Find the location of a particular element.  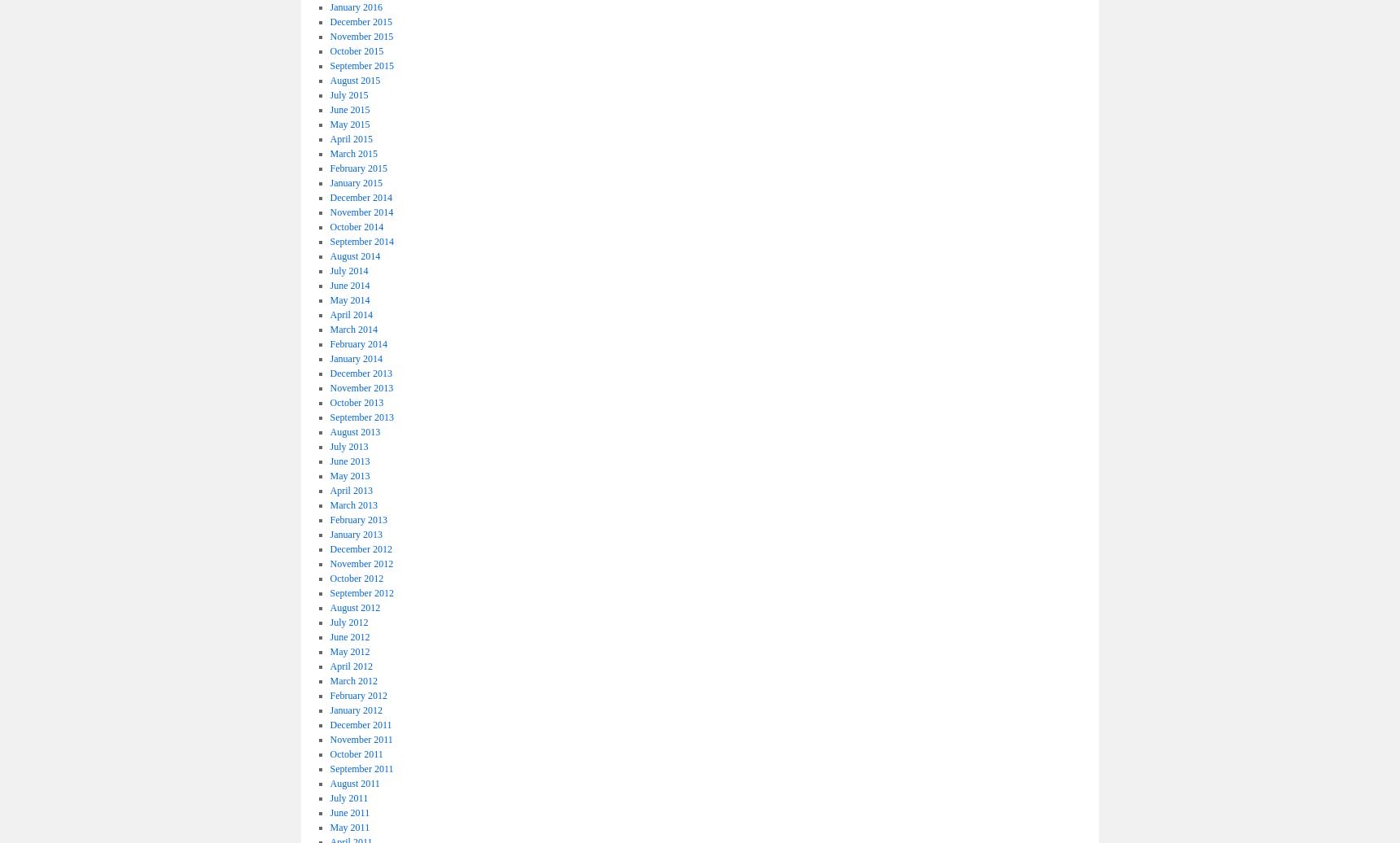

'September 2015' is located at coordinates (360, 64).